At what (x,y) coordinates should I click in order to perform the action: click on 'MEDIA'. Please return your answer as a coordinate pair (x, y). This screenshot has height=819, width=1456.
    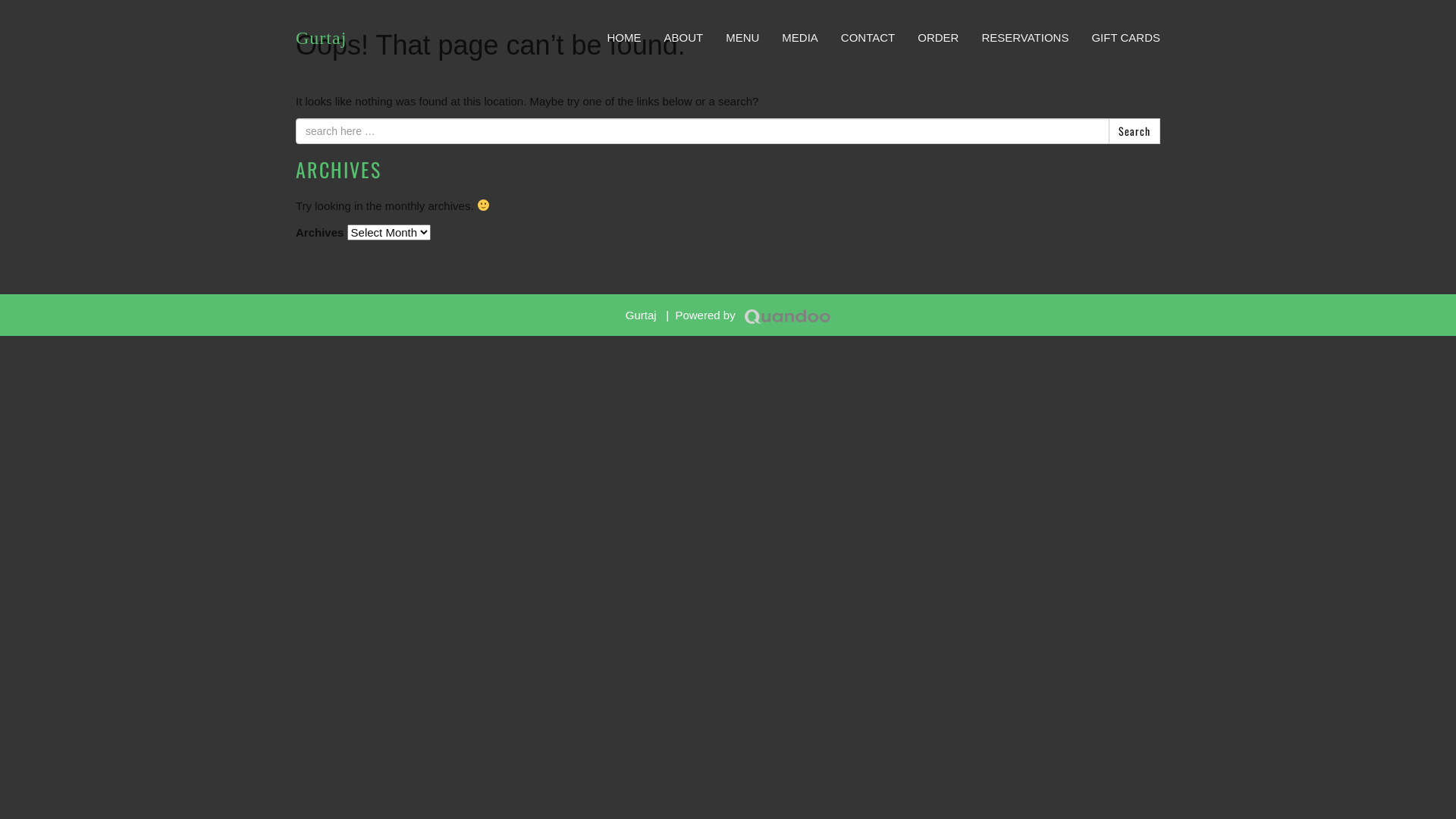
    Looking at the image, I should click on (770, 37).